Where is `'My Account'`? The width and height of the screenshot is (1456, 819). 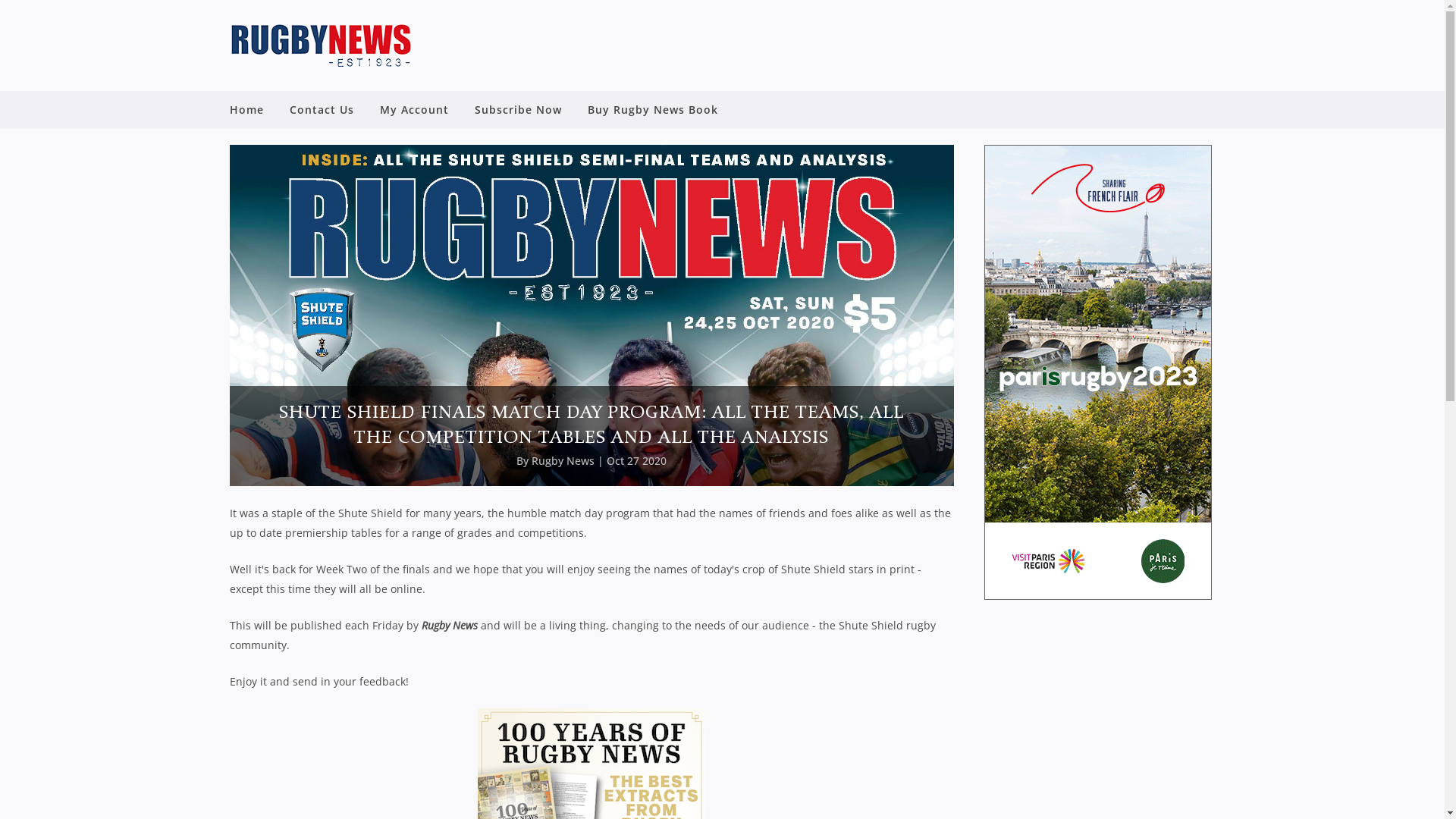
'My Account' is located at coordinates (414, 109).